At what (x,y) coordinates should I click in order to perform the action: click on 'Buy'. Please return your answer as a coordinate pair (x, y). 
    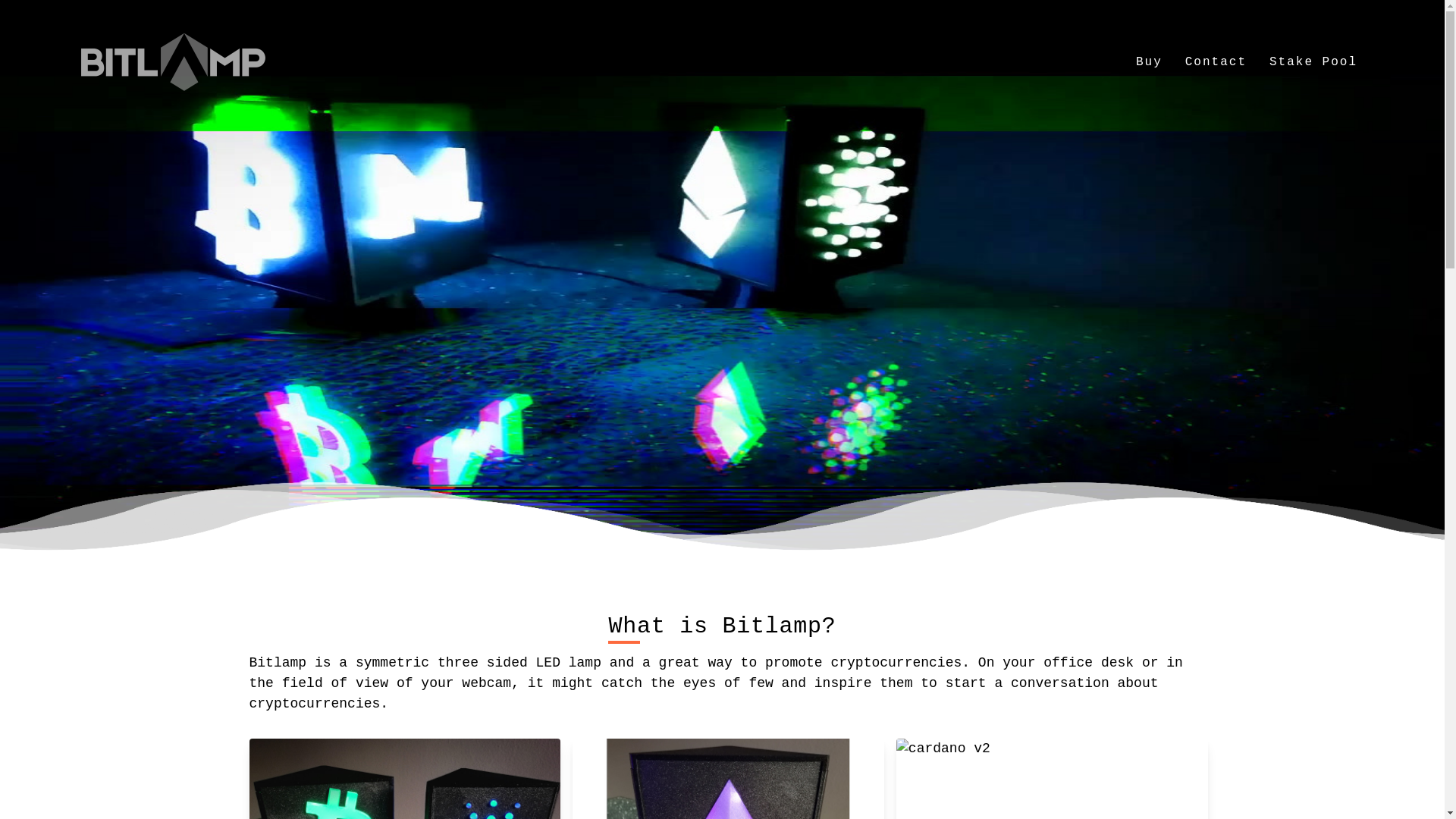
    Looking at the image, I should click on (1149, 61).